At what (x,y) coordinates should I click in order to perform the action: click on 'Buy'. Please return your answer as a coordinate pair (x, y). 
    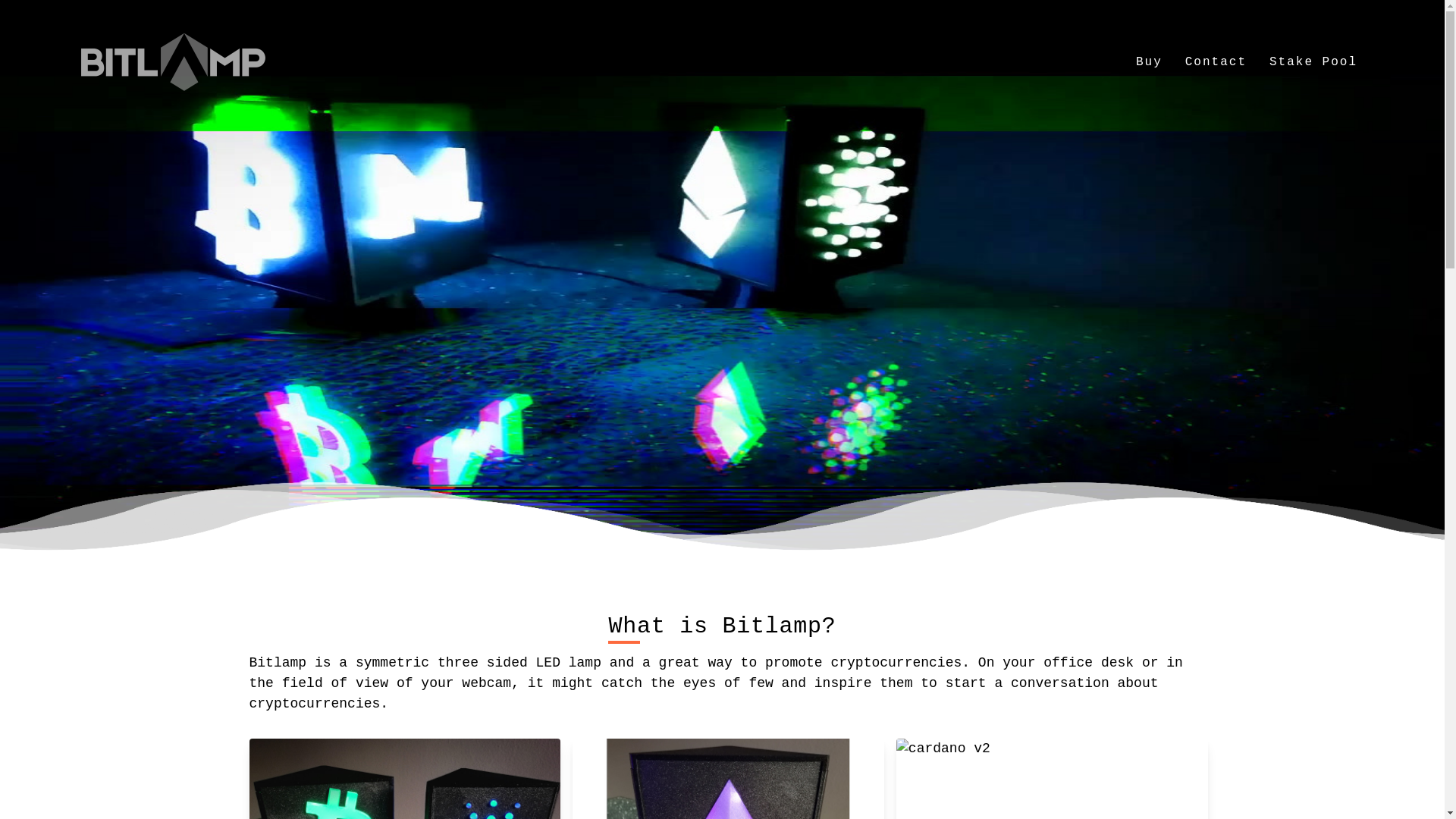
    Looking at the image, I should click on (1149, 61).